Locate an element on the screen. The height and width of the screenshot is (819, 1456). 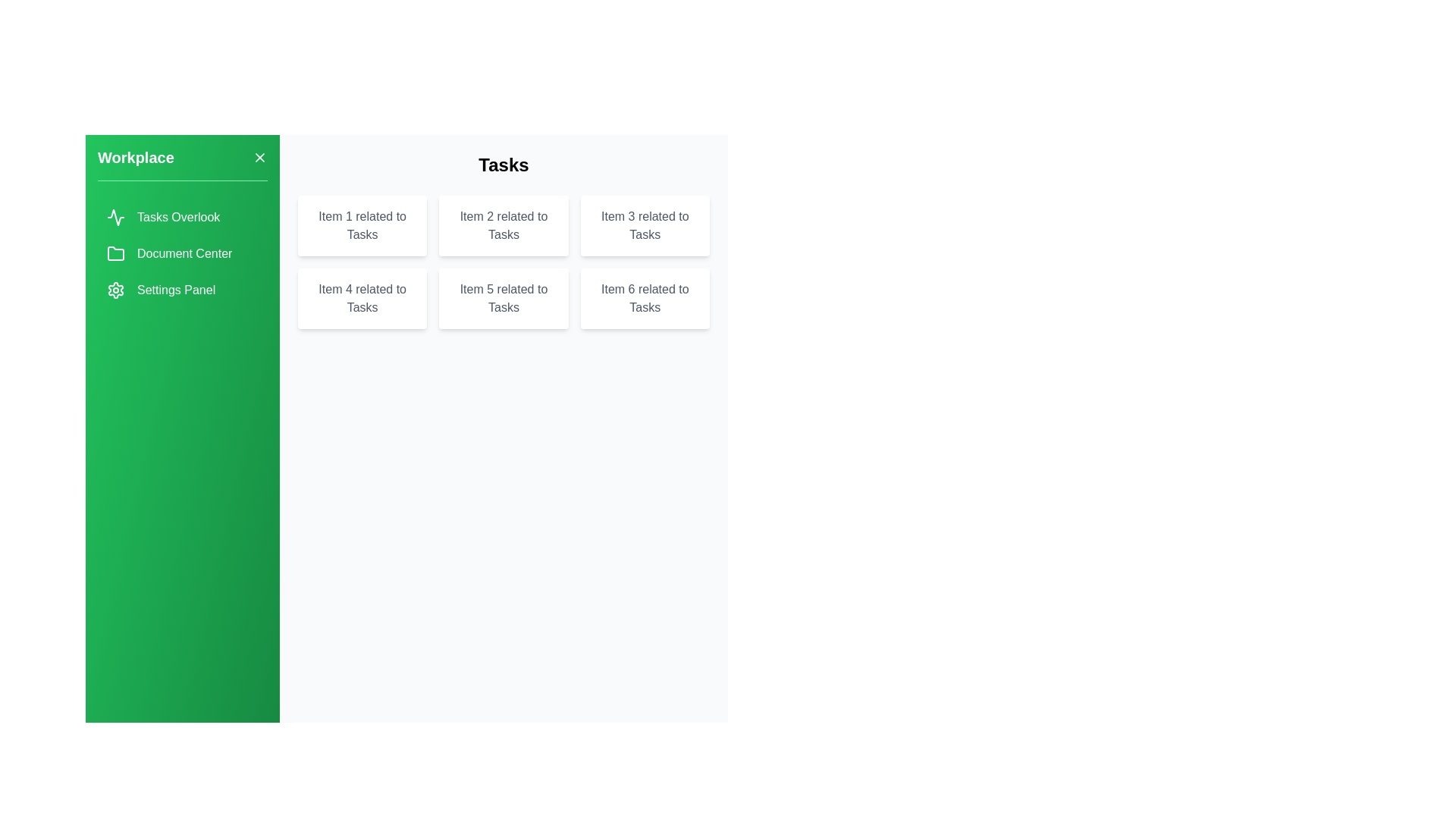
the Settings Panel section from the drawer menu is located at coordinates (182, 290).